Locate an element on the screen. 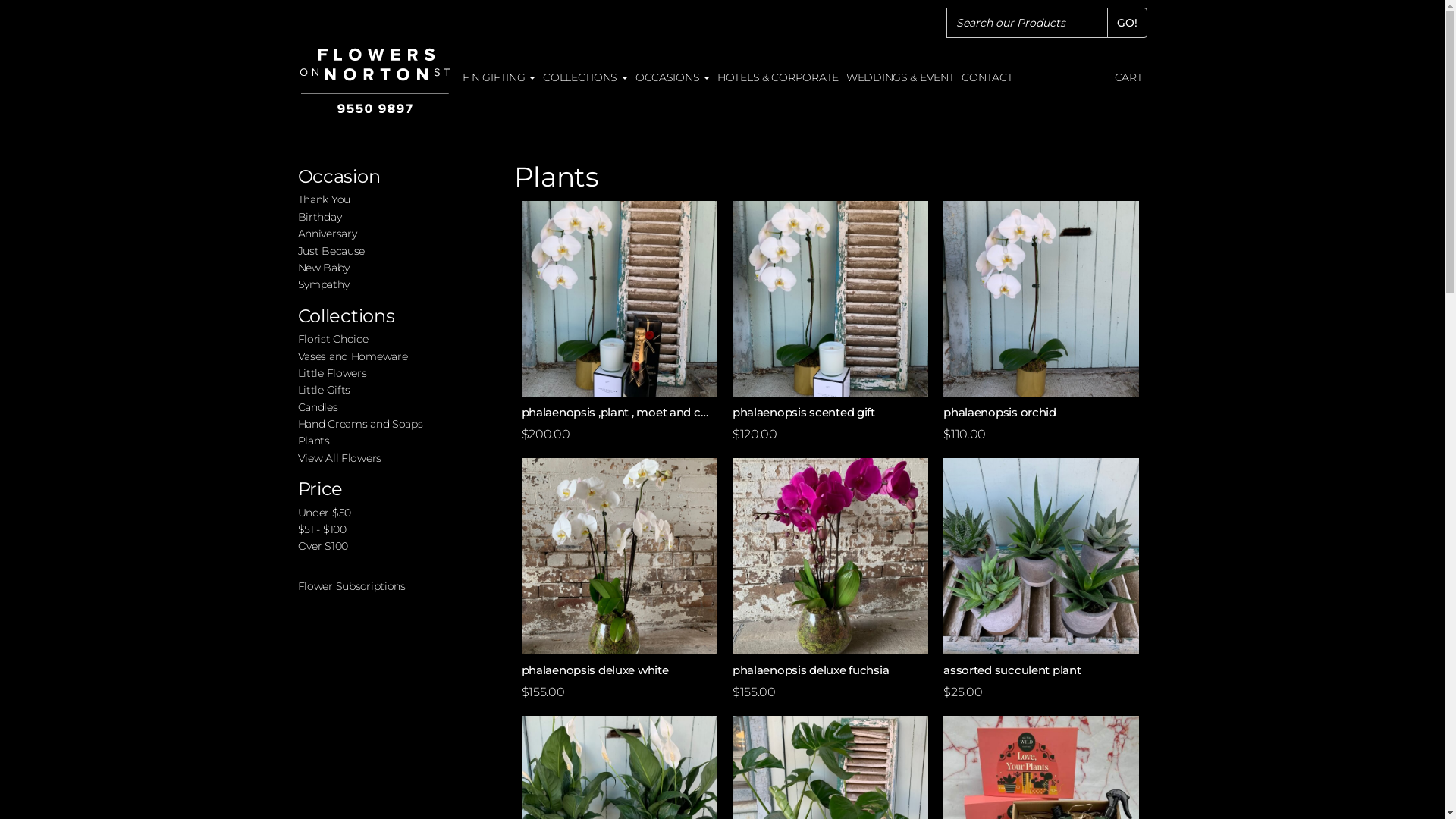 This screenshot has width=1456, height=819. 'Phalaenopsis ,plant , moet and candle' is located at coordinates (619, 298).